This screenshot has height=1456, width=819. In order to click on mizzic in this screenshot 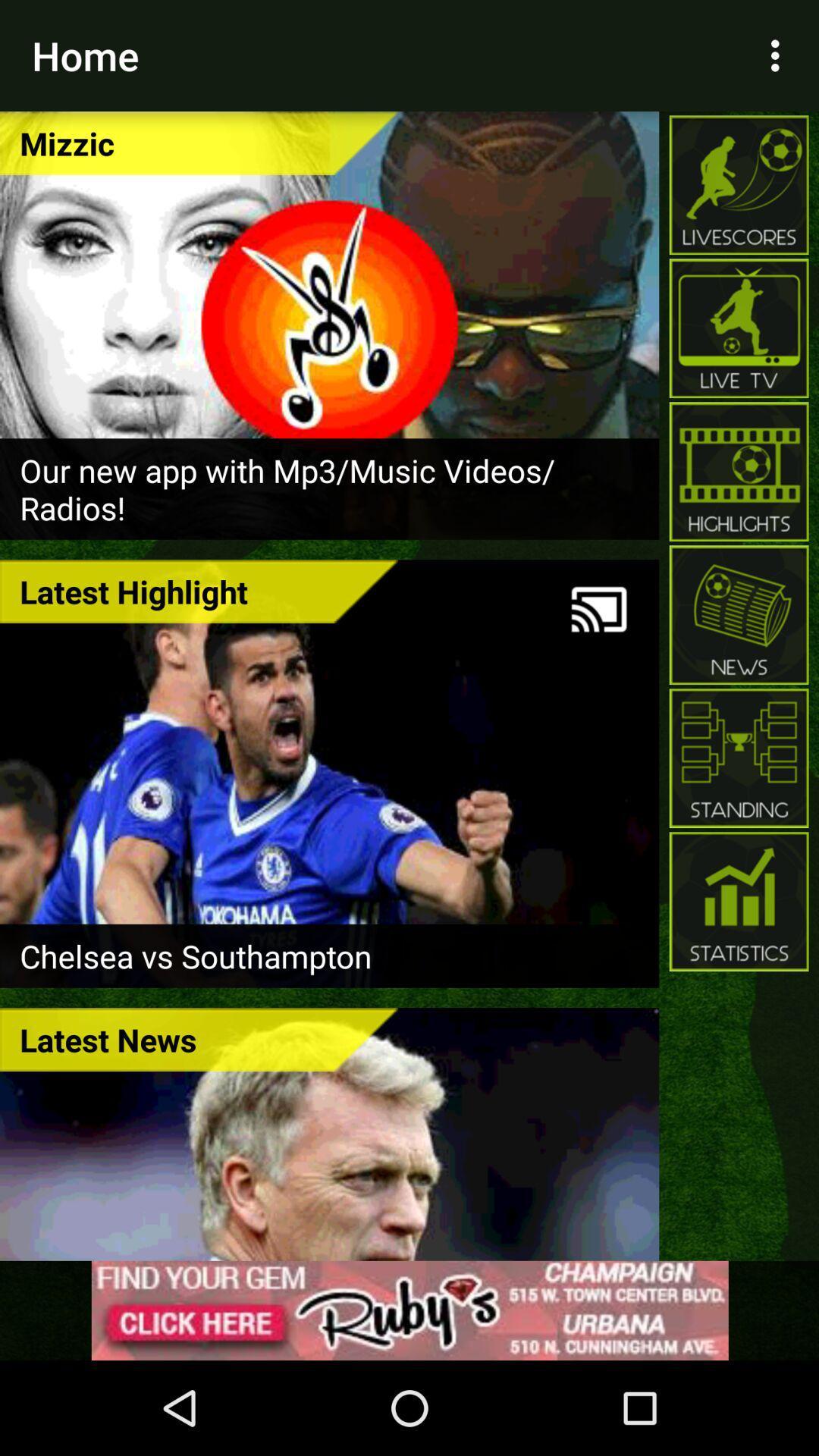, I will do `click(198, 143)`.